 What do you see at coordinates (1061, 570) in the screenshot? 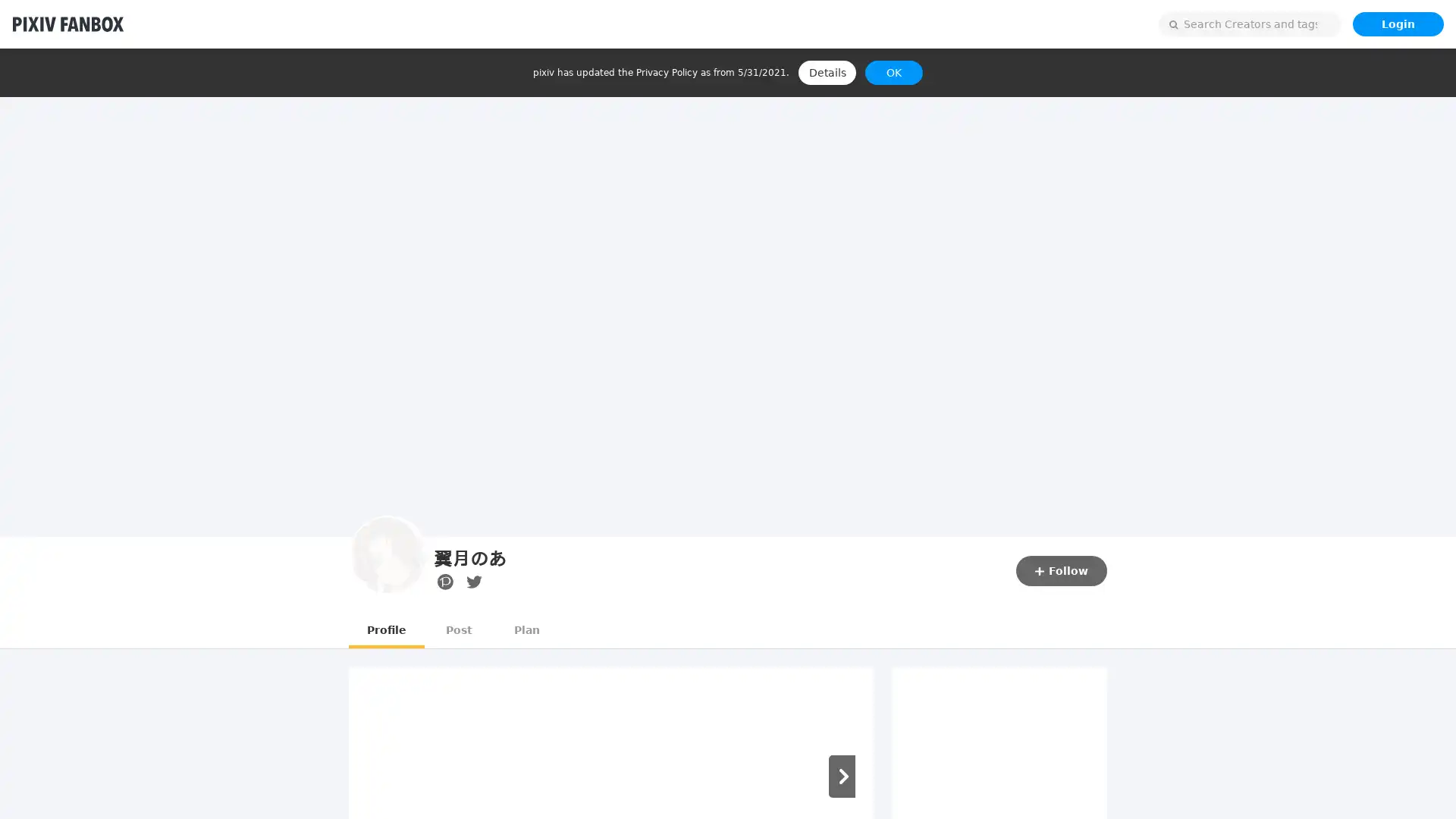
I see `Follow` at bounding box center [1061, 570].